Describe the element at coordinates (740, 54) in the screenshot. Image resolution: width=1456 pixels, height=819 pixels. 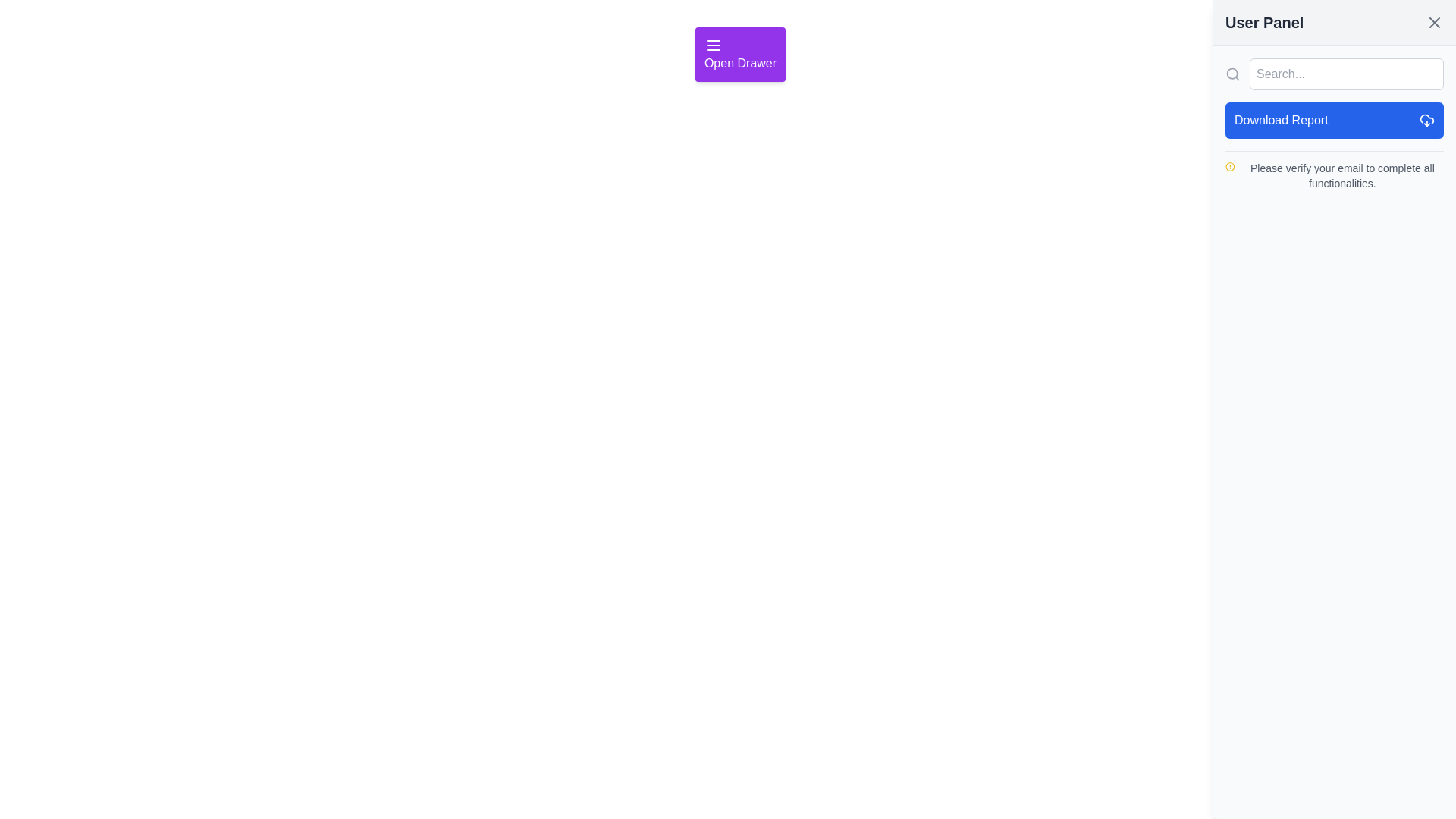
I see `the 'Open Drawer' button with a purple background and rounded corners` at that location.